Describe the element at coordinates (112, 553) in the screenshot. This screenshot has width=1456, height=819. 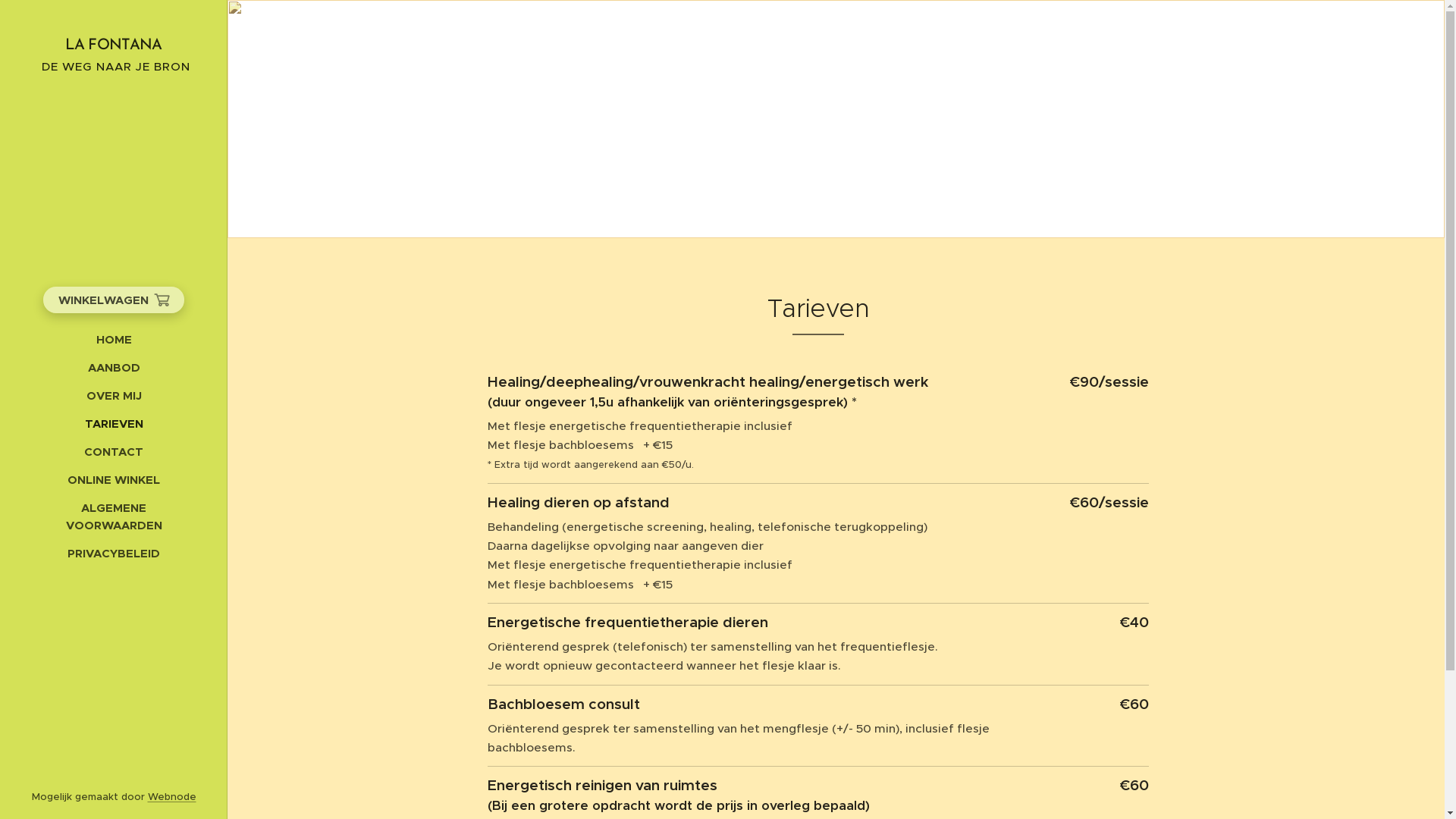
I see `'PRIVACYBELEID'` at that location.